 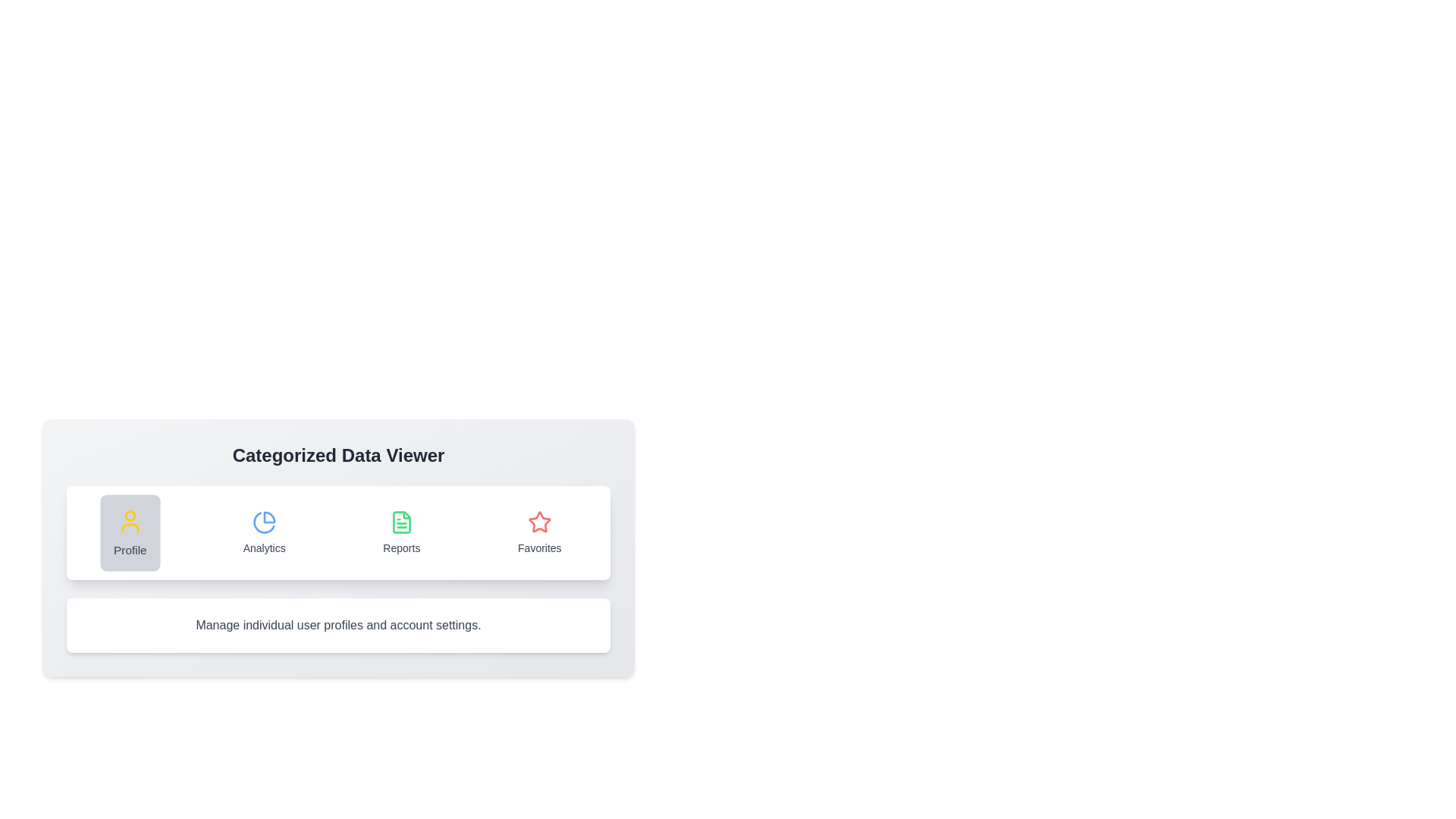 What do you see at coordinates (538, 532) in the screenshot?
I see `the tab labeled Favorites to switch to its content` at bounding box center [538, 532].